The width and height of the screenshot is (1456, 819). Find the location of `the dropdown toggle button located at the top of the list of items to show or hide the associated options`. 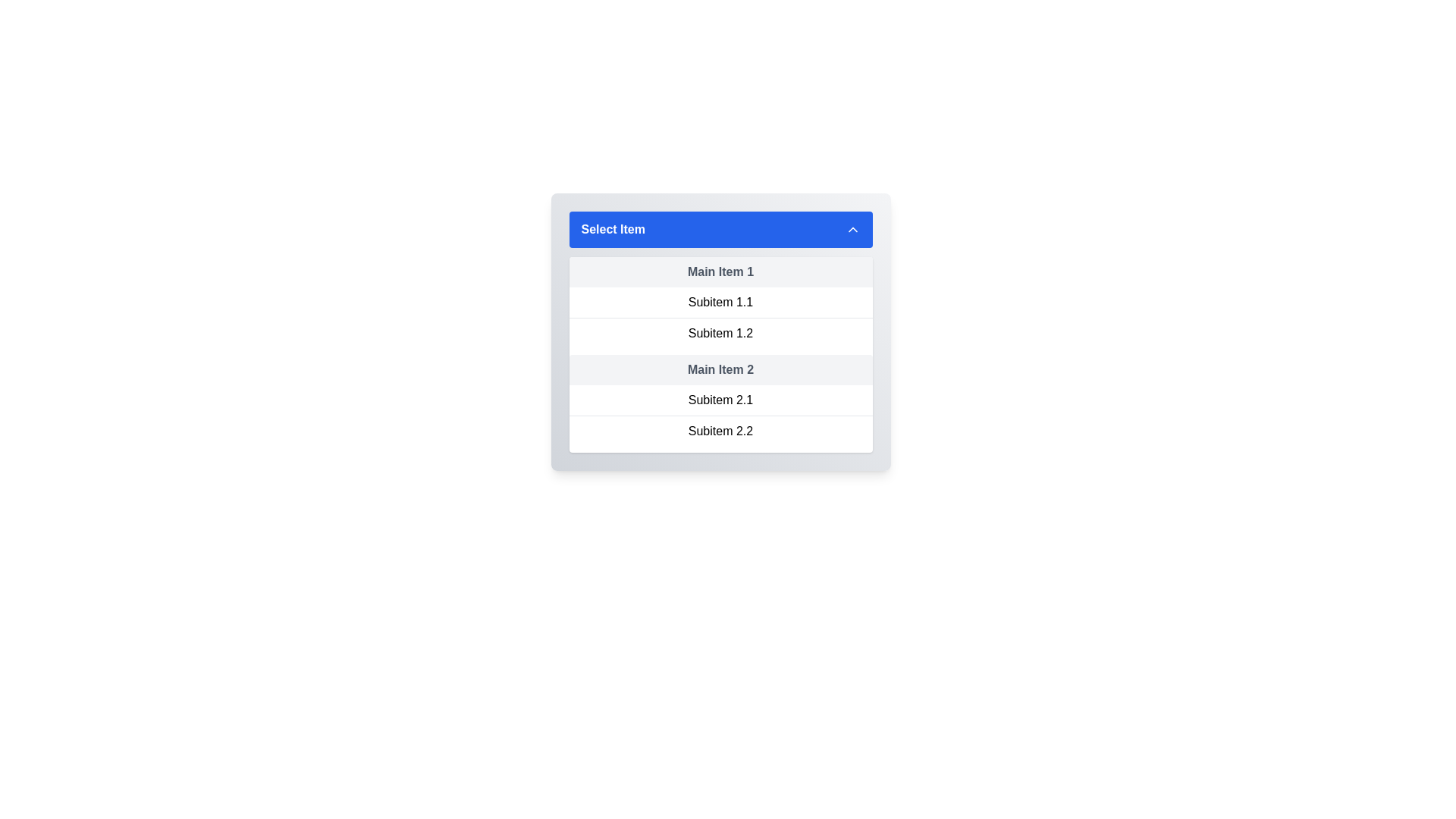

the dropdown toggle button located at the top of the list of items to show or hide the associated options is located at coordinates (720, 230).